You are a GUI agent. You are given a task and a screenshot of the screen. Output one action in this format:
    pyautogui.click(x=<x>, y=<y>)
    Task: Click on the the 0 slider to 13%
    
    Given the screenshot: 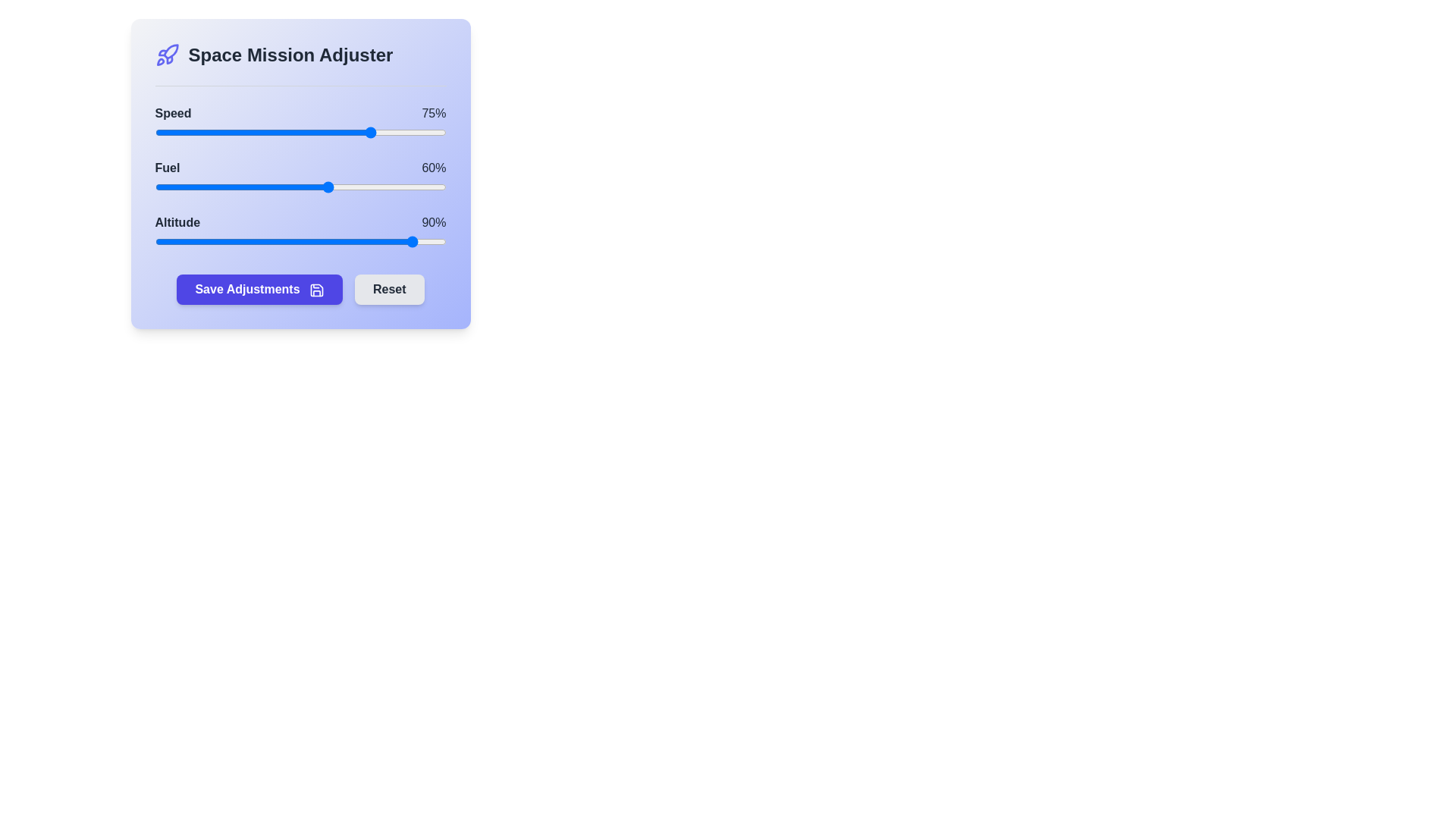 What is the action you would take?
    pyautogui.click(x=192, y=131)
    